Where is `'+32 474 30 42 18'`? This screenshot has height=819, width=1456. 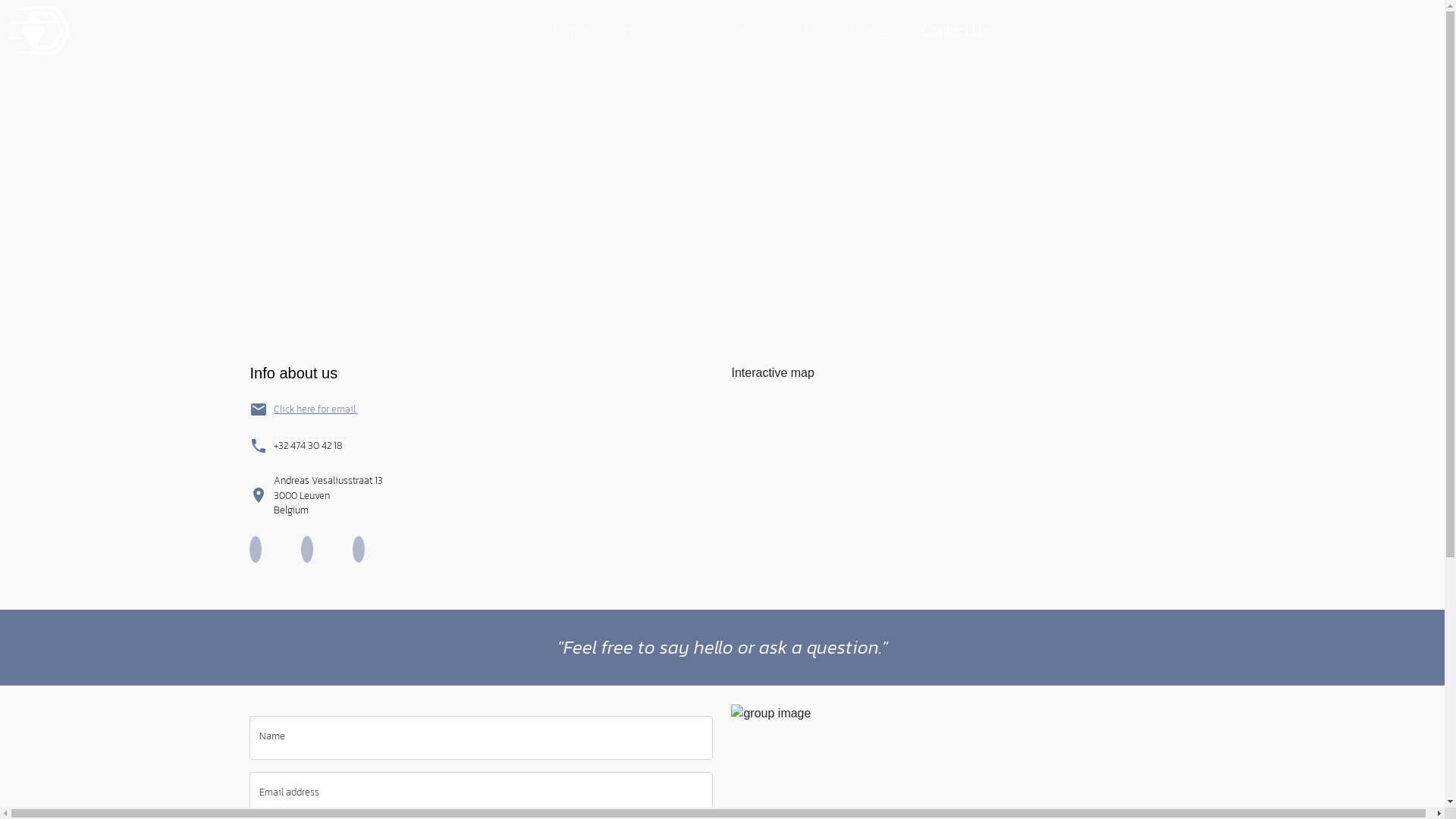
'+32 474 30 42 18' is located at coordinates (307, 444).